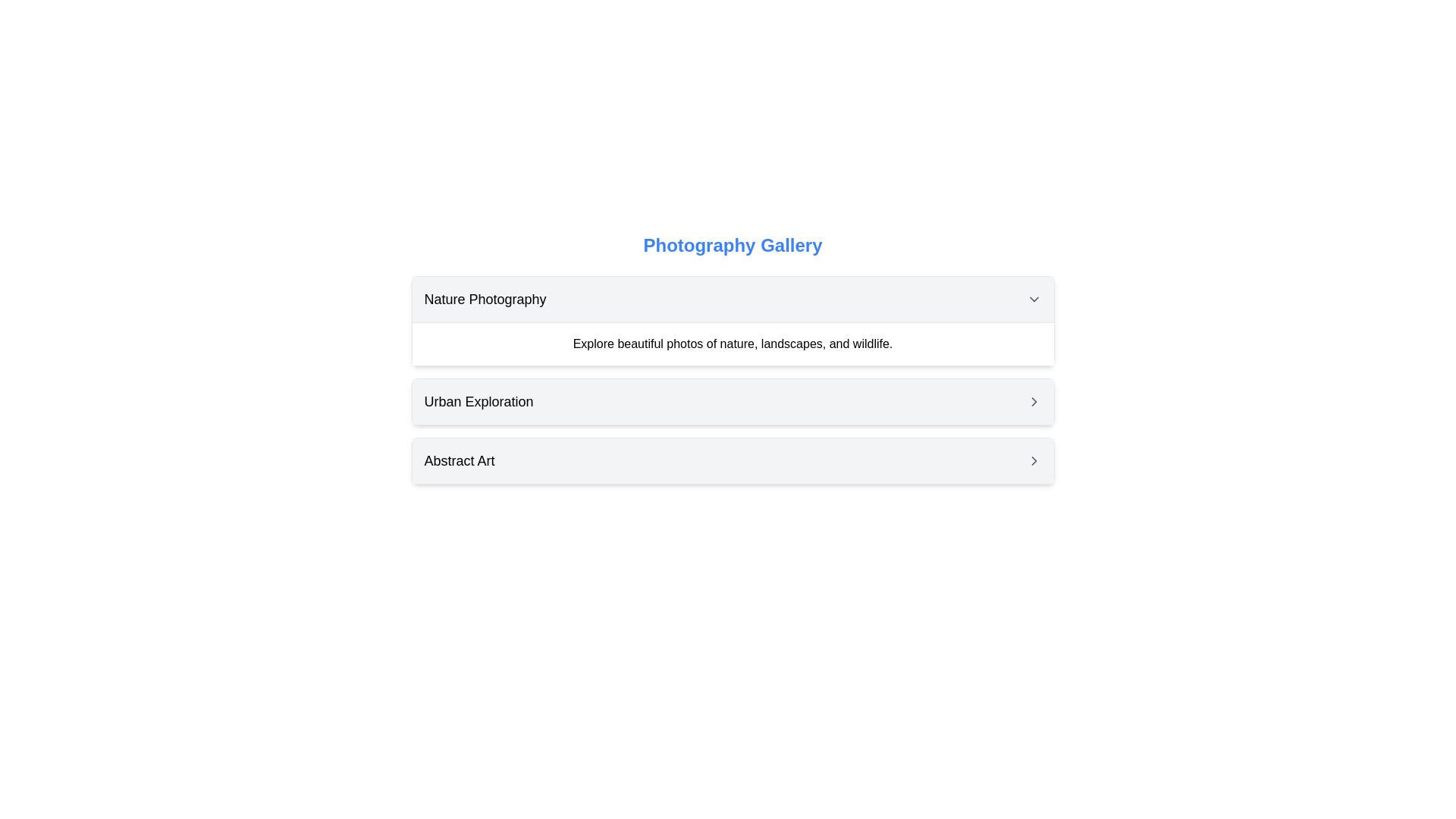 The width and height of the screenshot is (1456, 819). What do you see at coordinates (733, 320) in the screenshot?
I see `the Descriptive Panel for the category 'Nature Photography', which is located at the top of the vertically stacked layout` at bounding box center [733, 320].